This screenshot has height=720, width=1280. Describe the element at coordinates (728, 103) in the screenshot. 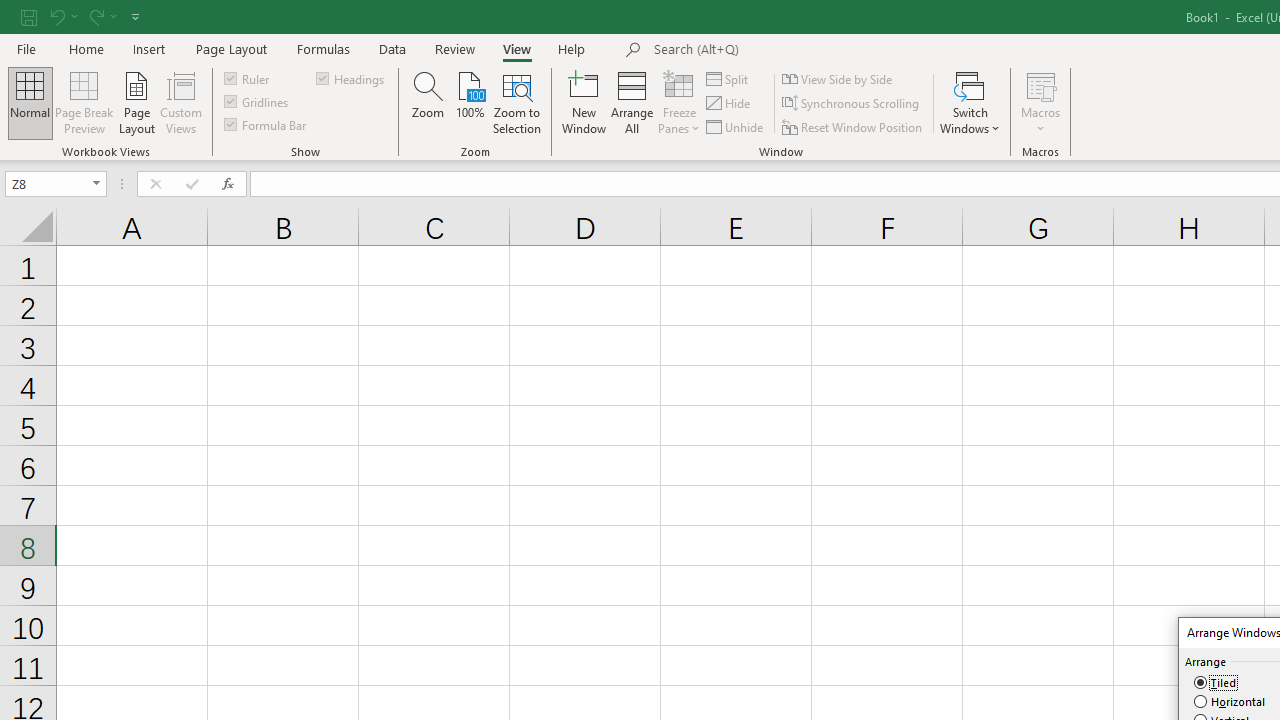

I see `'Hide'` at that location.